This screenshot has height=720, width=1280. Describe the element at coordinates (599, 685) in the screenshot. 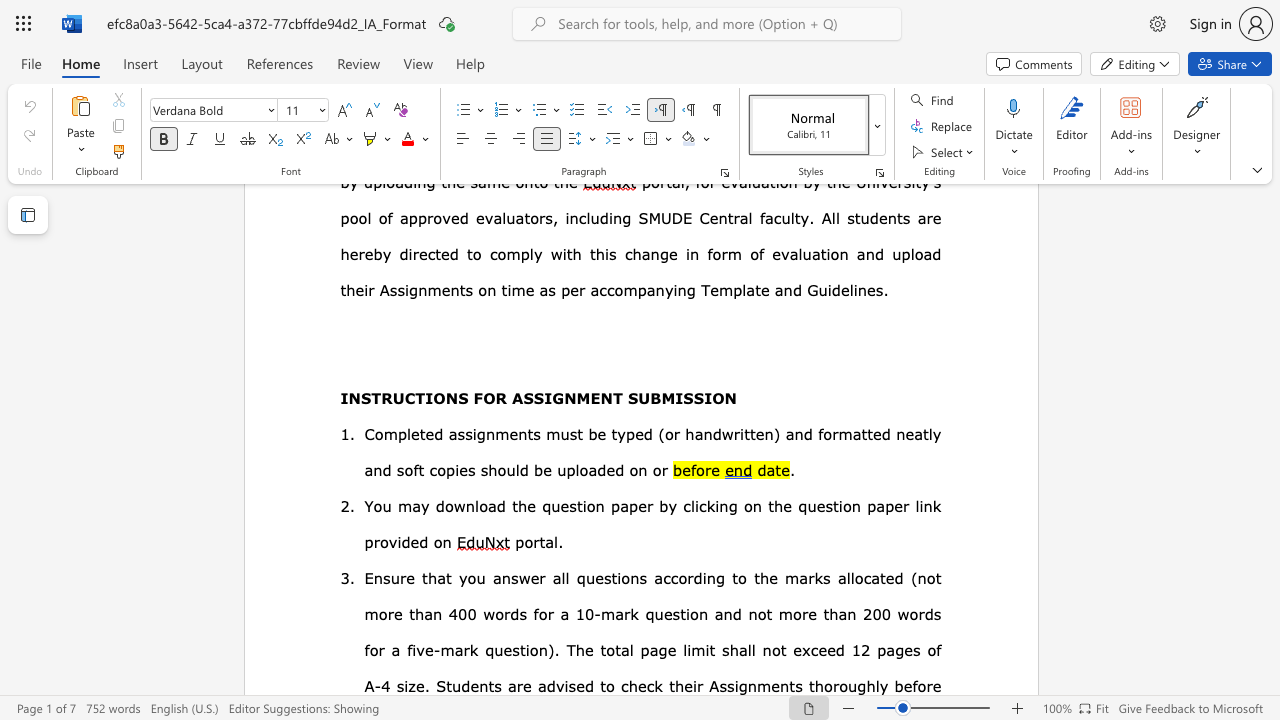

I see `the subset text "to" within the text "advised to check"` at that location.